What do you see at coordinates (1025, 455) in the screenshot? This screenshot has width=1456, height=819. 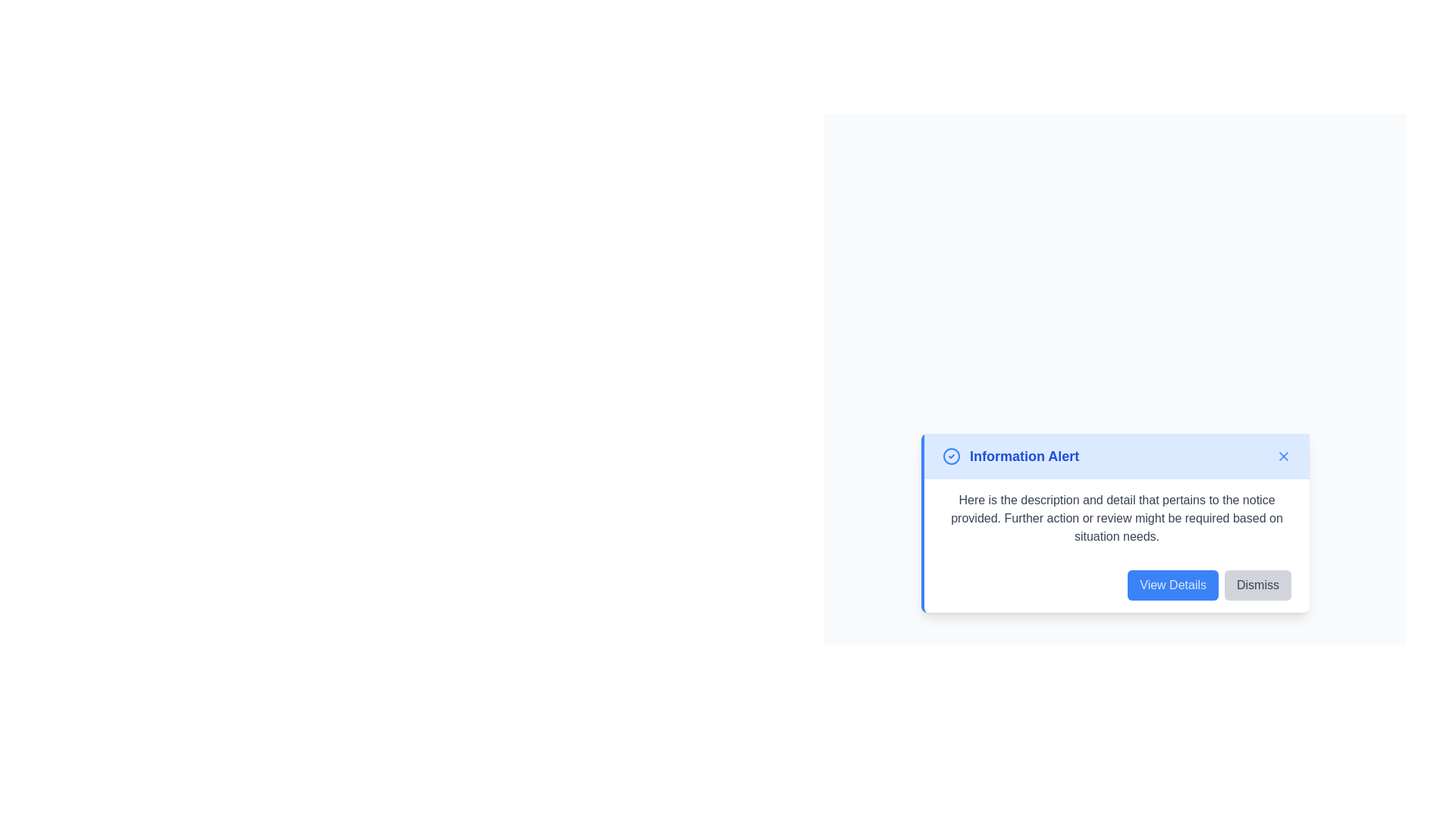 I see `text content of the 'Information Alert' label, which is styled in blue and bold, located in the notification box` at bounding box center [1025, 455].